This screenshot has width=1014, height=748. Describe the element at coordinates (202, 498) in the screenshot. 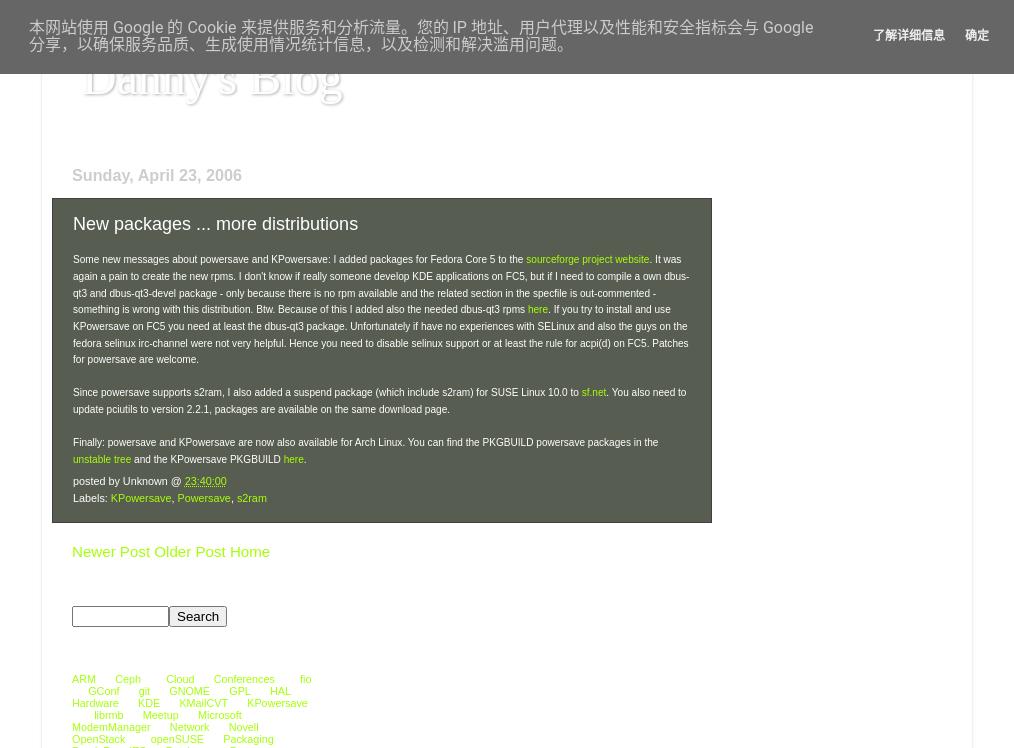

I see `'Powersave'` at that location.